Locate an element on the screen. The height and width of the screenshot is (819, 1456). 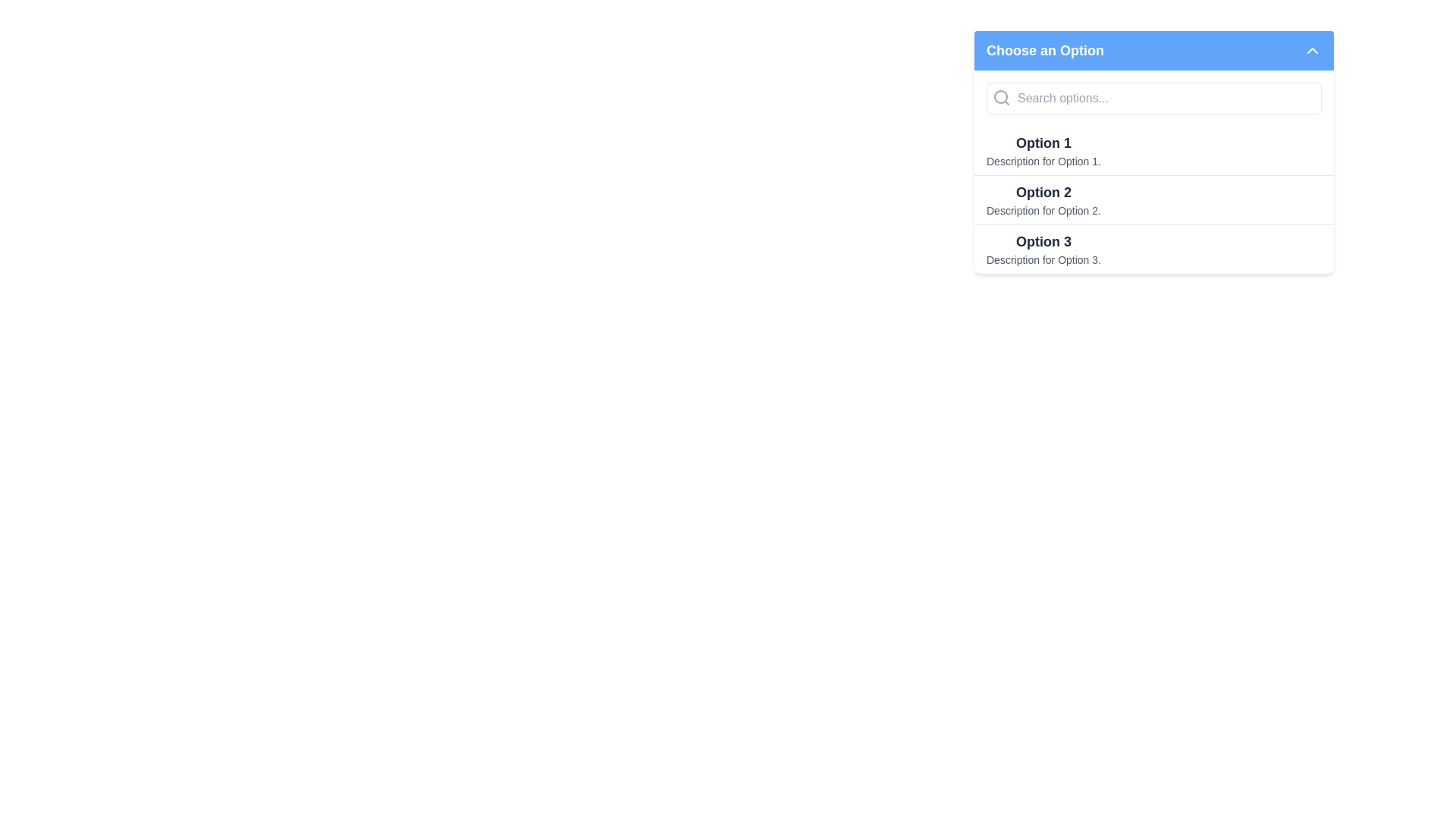
the SVG circle element that serves as the circular base of the search icon, positioned near the top-left corner of the dropdown search bar area is located at coordinates (1001, 96).